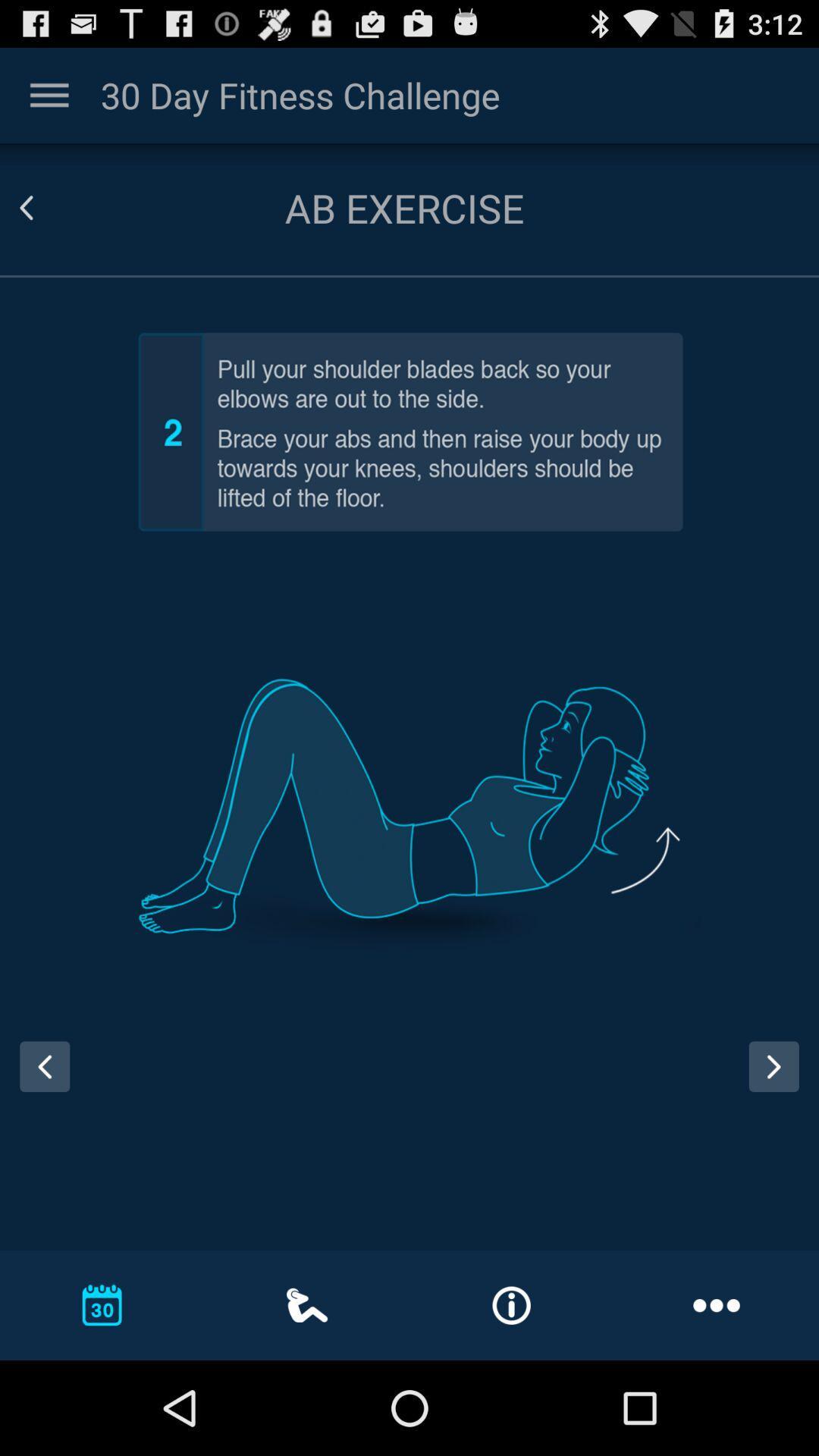 The image size is (819, 1456). I want to click on the next page, so click(779, 1080).